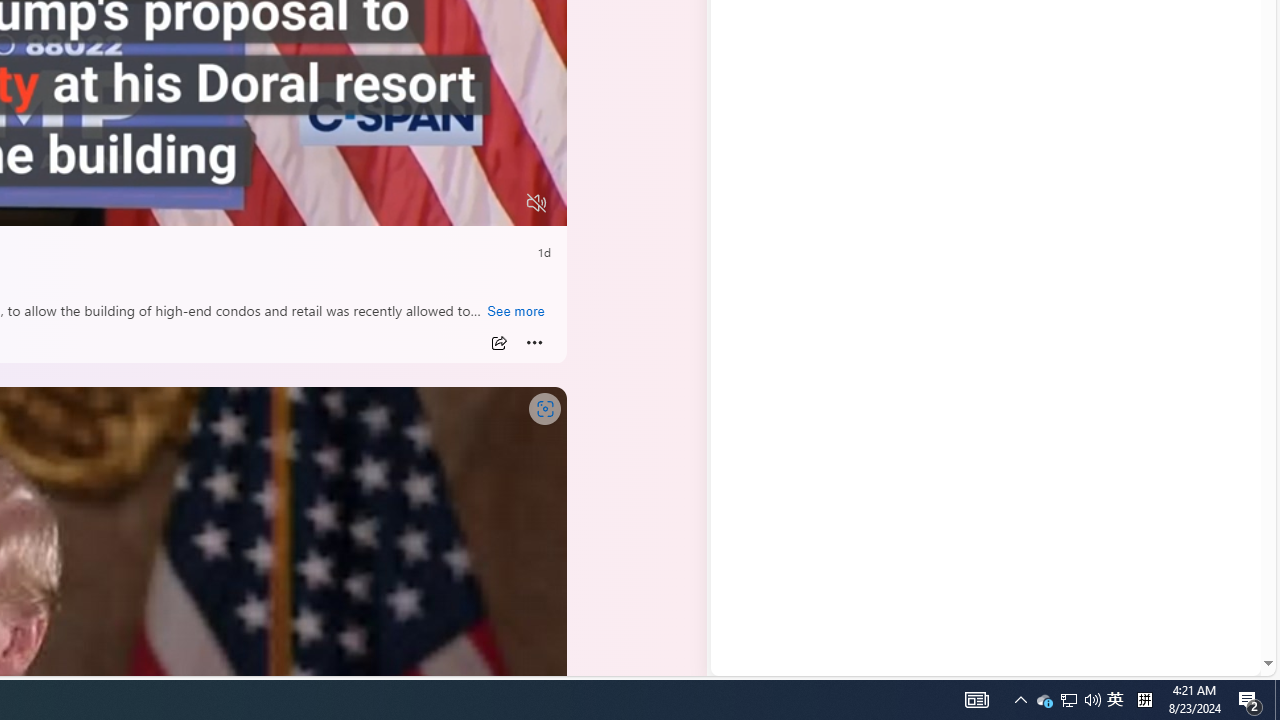 This screenshot has height=720, width=1280. What do you see at coordinates (536, 203) in the screenshot?
I see `'Unmute'` at bounding box center [536, 203].